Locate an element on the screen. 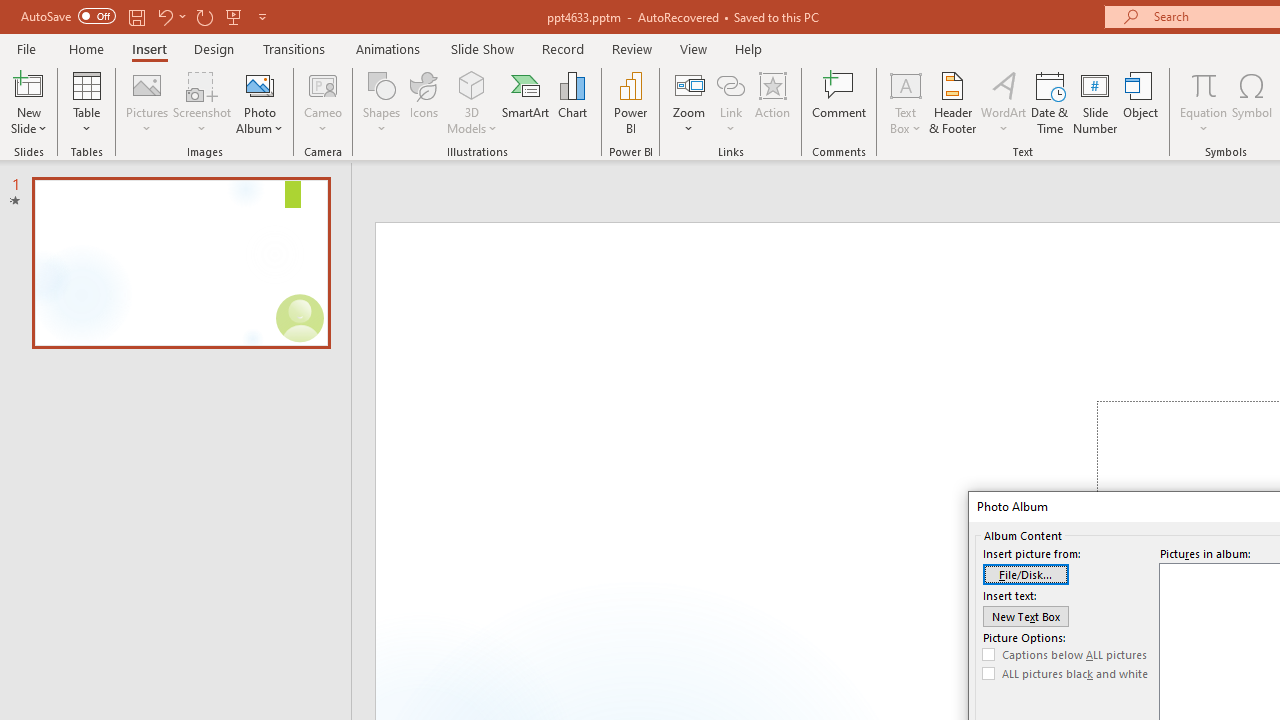 This screenshot has width=1280, height=720. 'Equation' is located at coordinates (1202, 84).